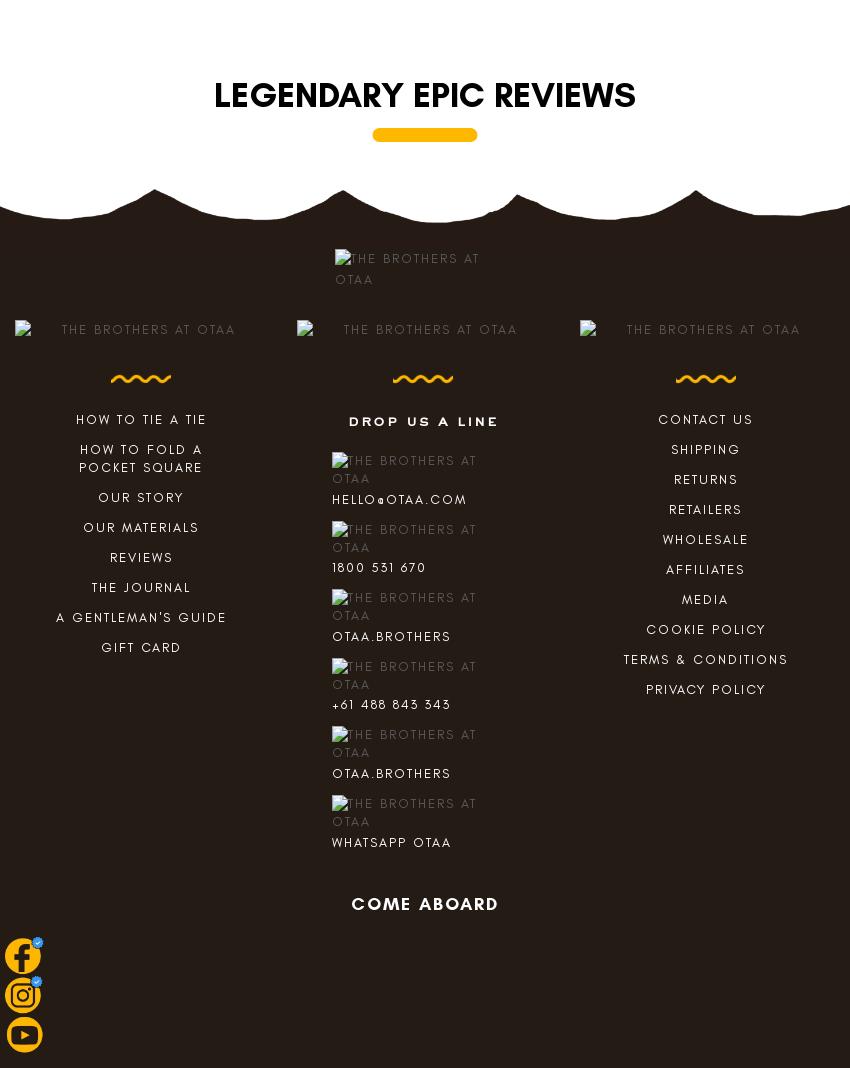 Image resolution: width=850 pixels, height=1068 pixels. Describe the element at coordinates (391, 772) in the screenshot. I see `'otaa.brothers'` at that location.